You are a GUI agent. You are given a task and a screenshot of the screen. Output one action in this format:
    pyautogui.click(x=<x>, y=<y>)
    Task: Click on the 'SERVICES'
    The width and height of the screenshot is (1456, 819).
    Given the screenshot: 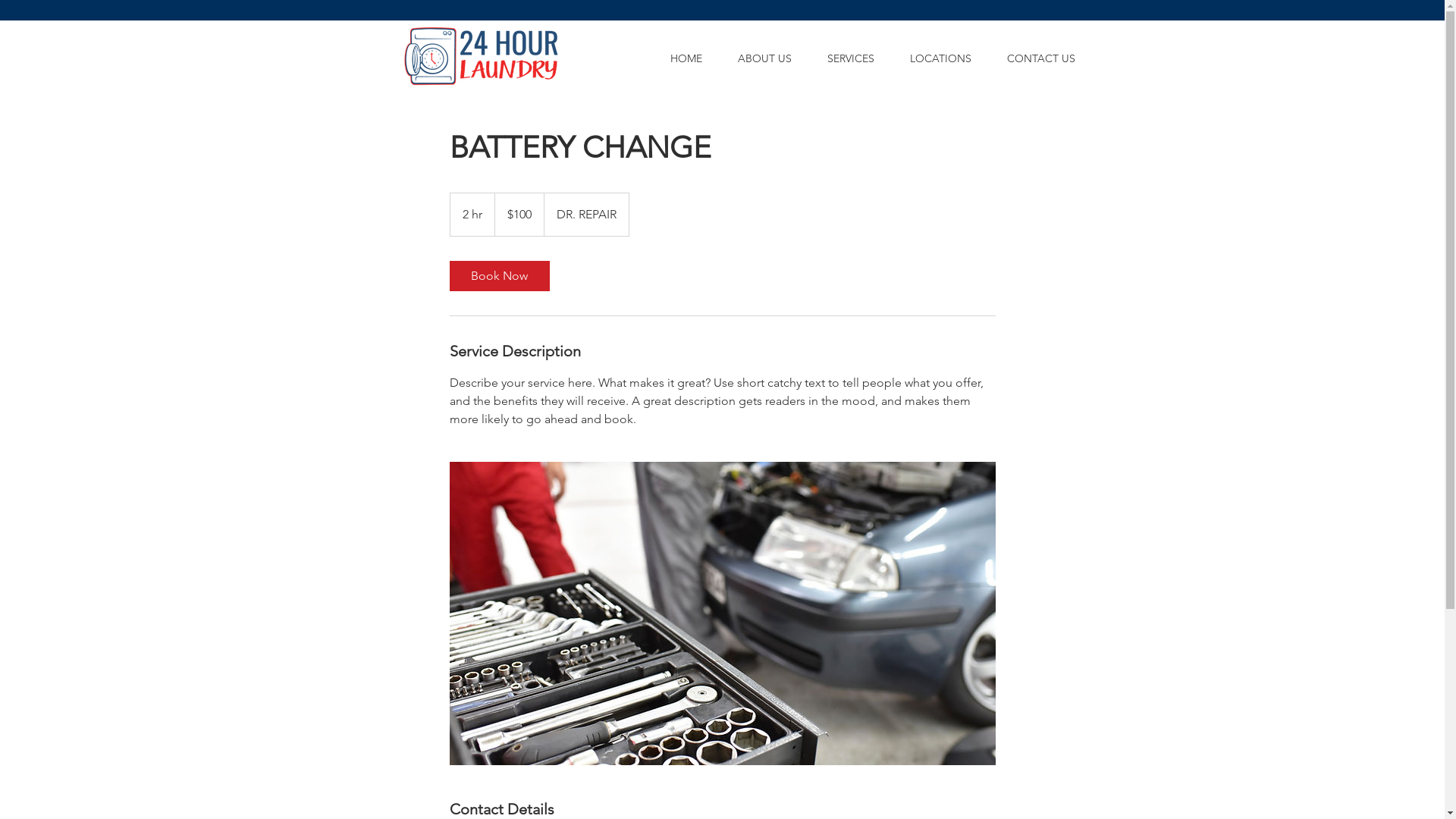 What is the action you would take?
    pyautogui.click(x=851, y=58)
    